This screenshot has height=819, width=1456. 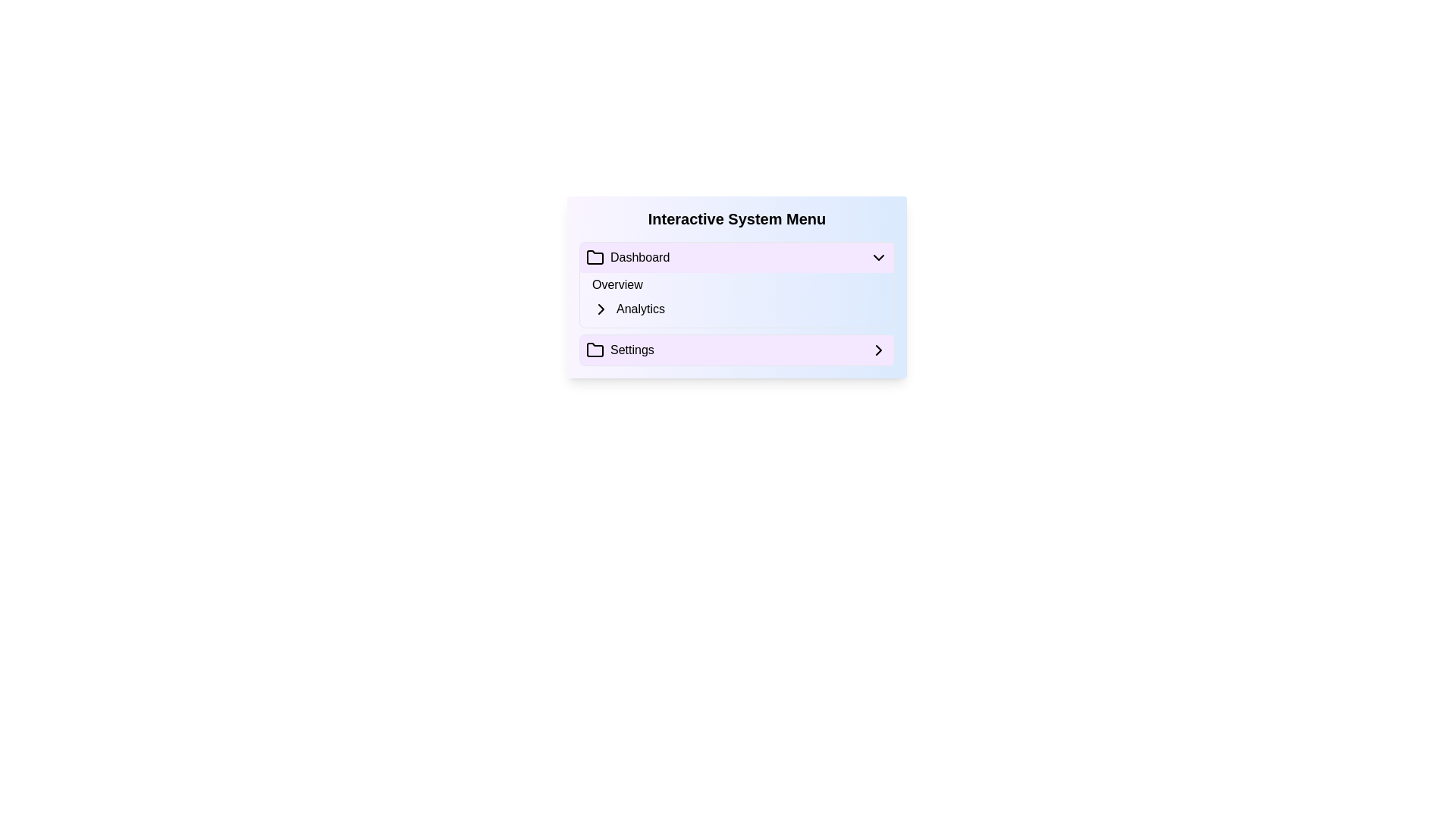 I want to click on the 'Interactive System Menu' which is a composite UI component containing several clickable menu items, including 'Dashboard', 'Overview', and 'Settings', so click(x=736, y=287).